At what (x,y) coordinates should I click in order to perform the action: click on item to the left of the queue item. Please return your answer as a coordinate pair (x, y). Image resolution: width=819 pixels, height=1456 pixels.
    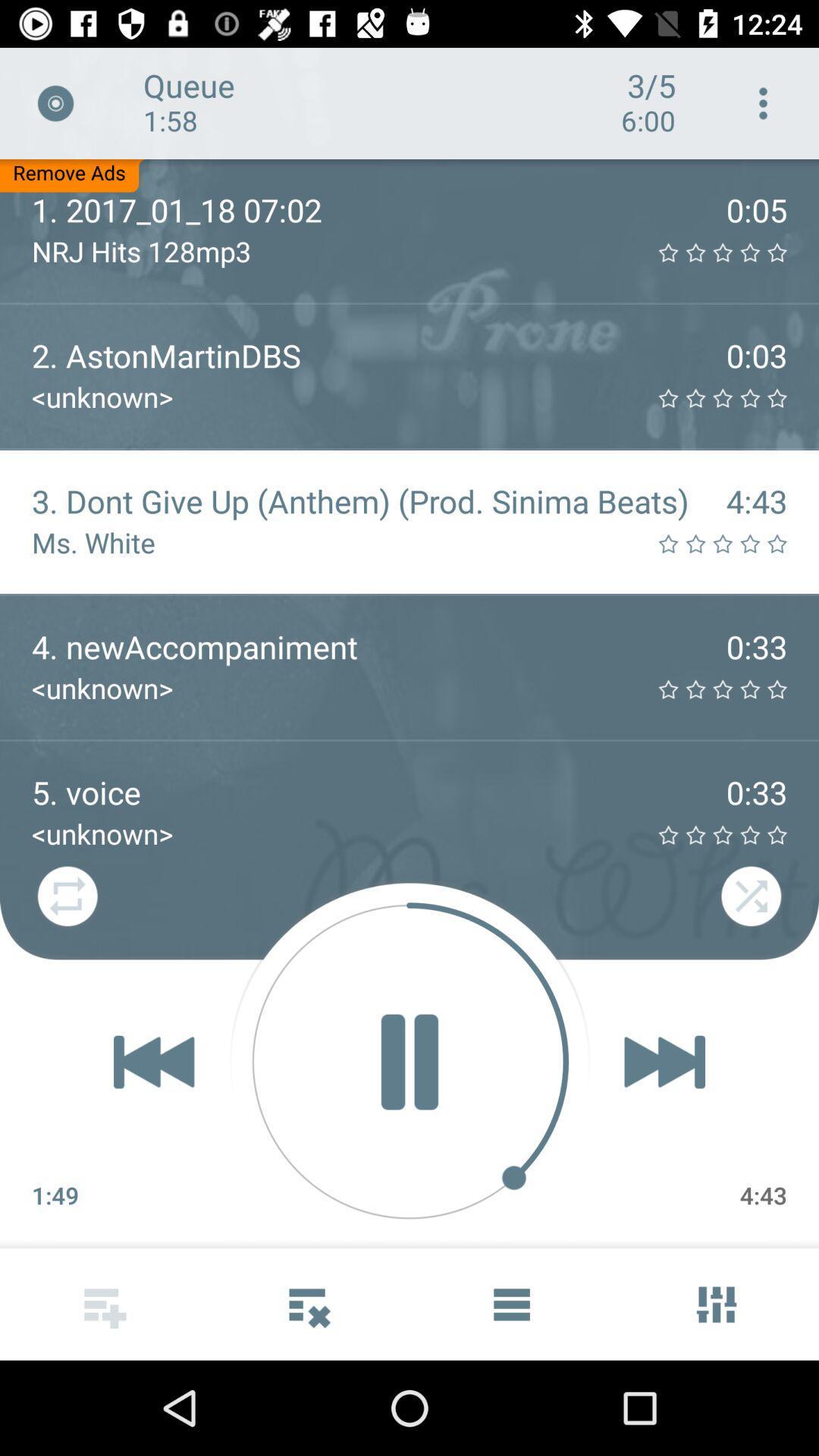
    Looking at the image, I should click on (55, 102).